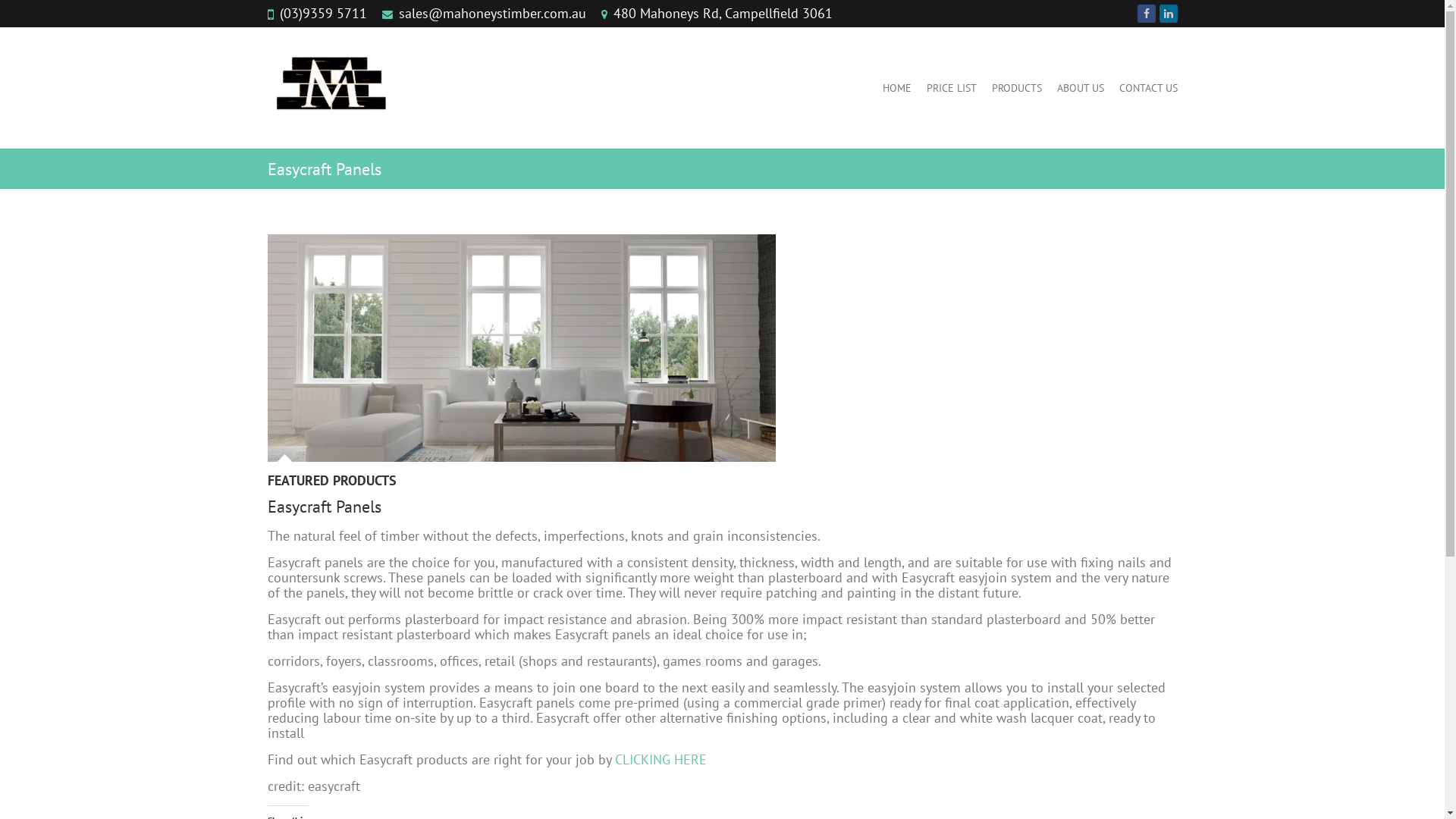  What do you see at coordinates (1167, 14) in the screenshot?
I see `' on LinkedIn'` at bounding box center [1167, 14].